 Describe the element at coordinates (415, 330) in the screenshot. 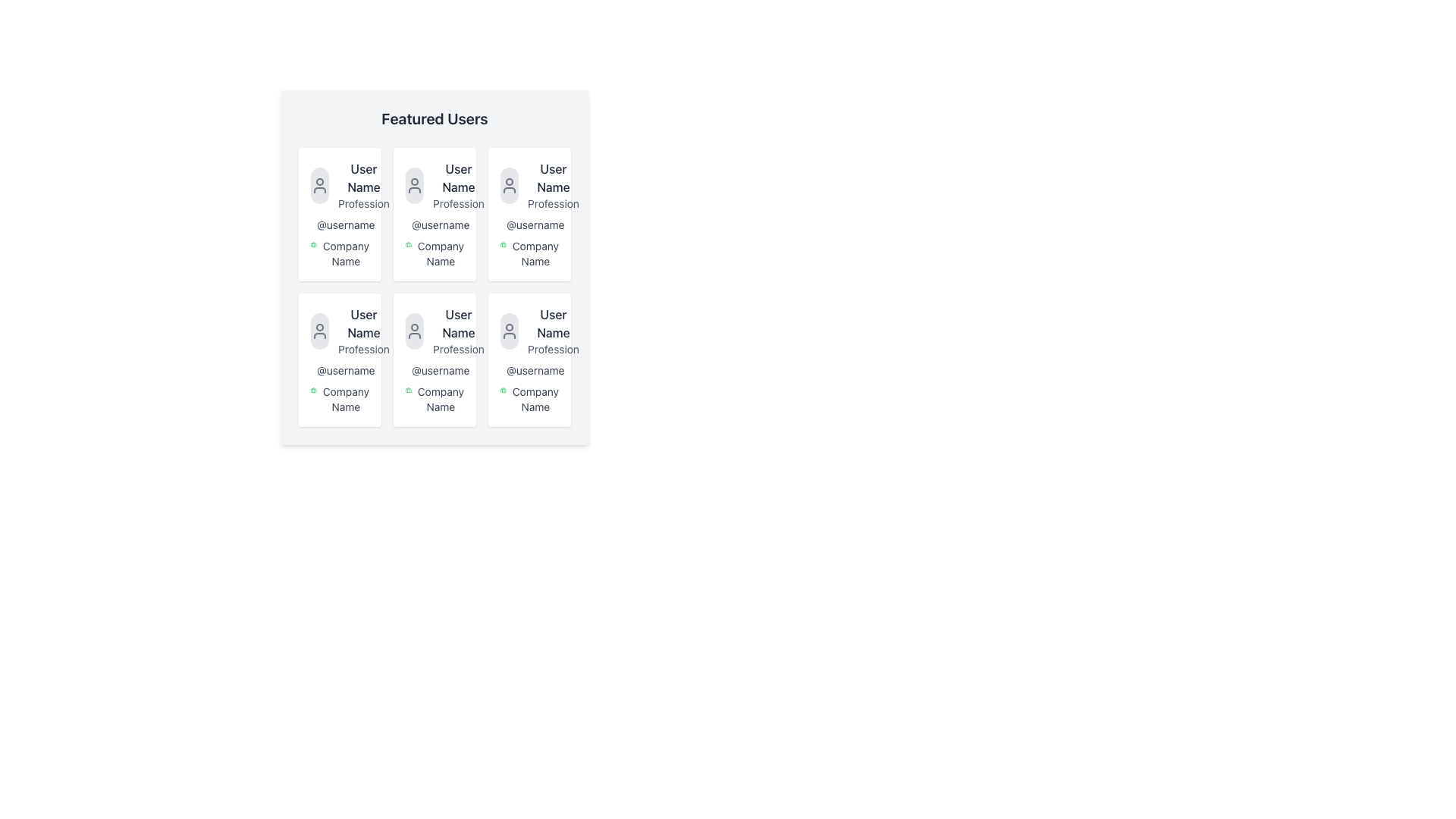

I see `the user profile picture placeholder icon located in the center of the interface, specifically in the second row and second column of a 3x3 grid of user cards` at that location.